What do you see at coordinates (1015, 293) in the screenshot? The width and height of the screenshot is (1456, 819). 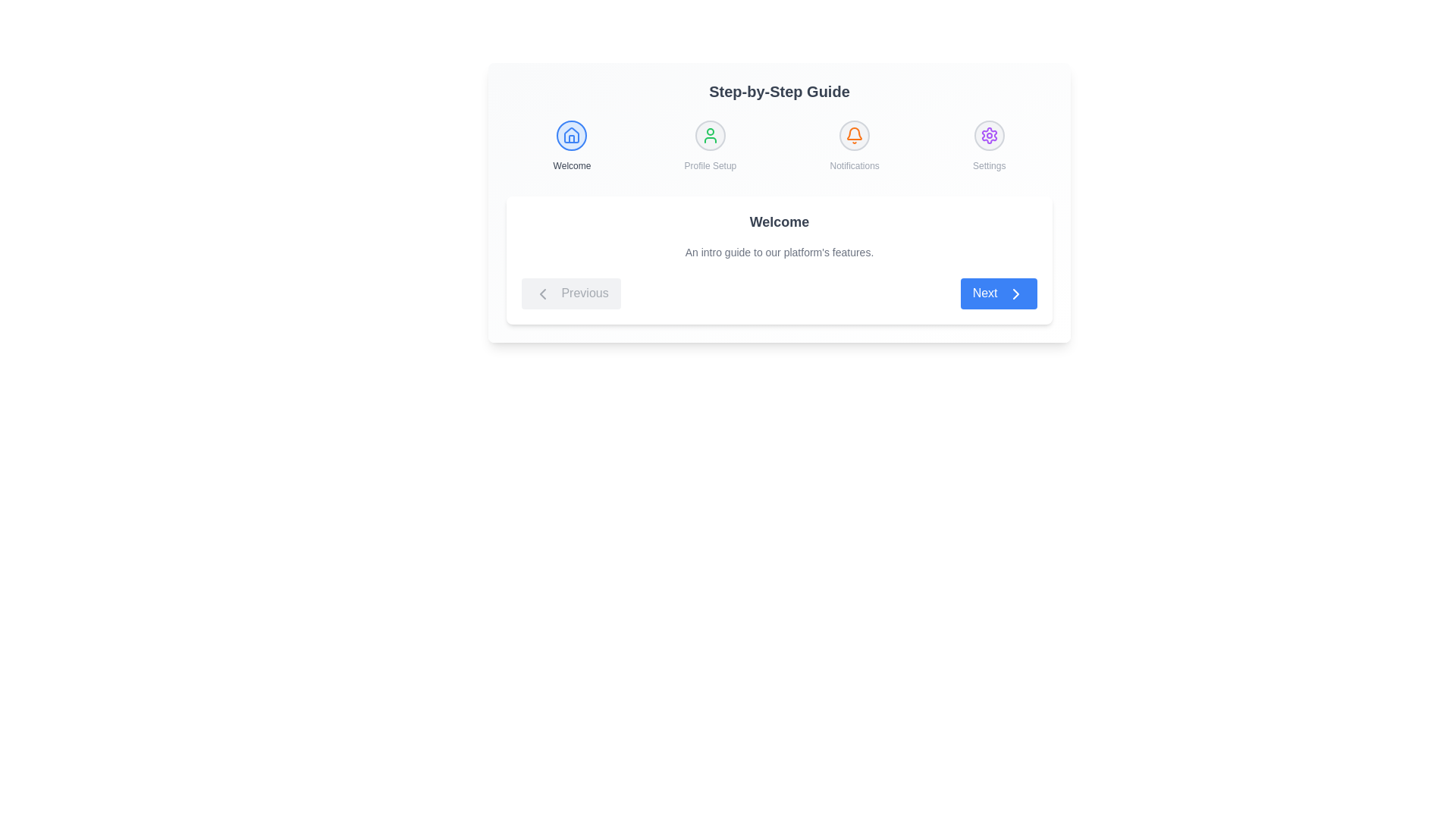 I see `the right-facing chevron icon used for navigation, located to the right of the 'Next' button` at bounding box center [1015, 293].